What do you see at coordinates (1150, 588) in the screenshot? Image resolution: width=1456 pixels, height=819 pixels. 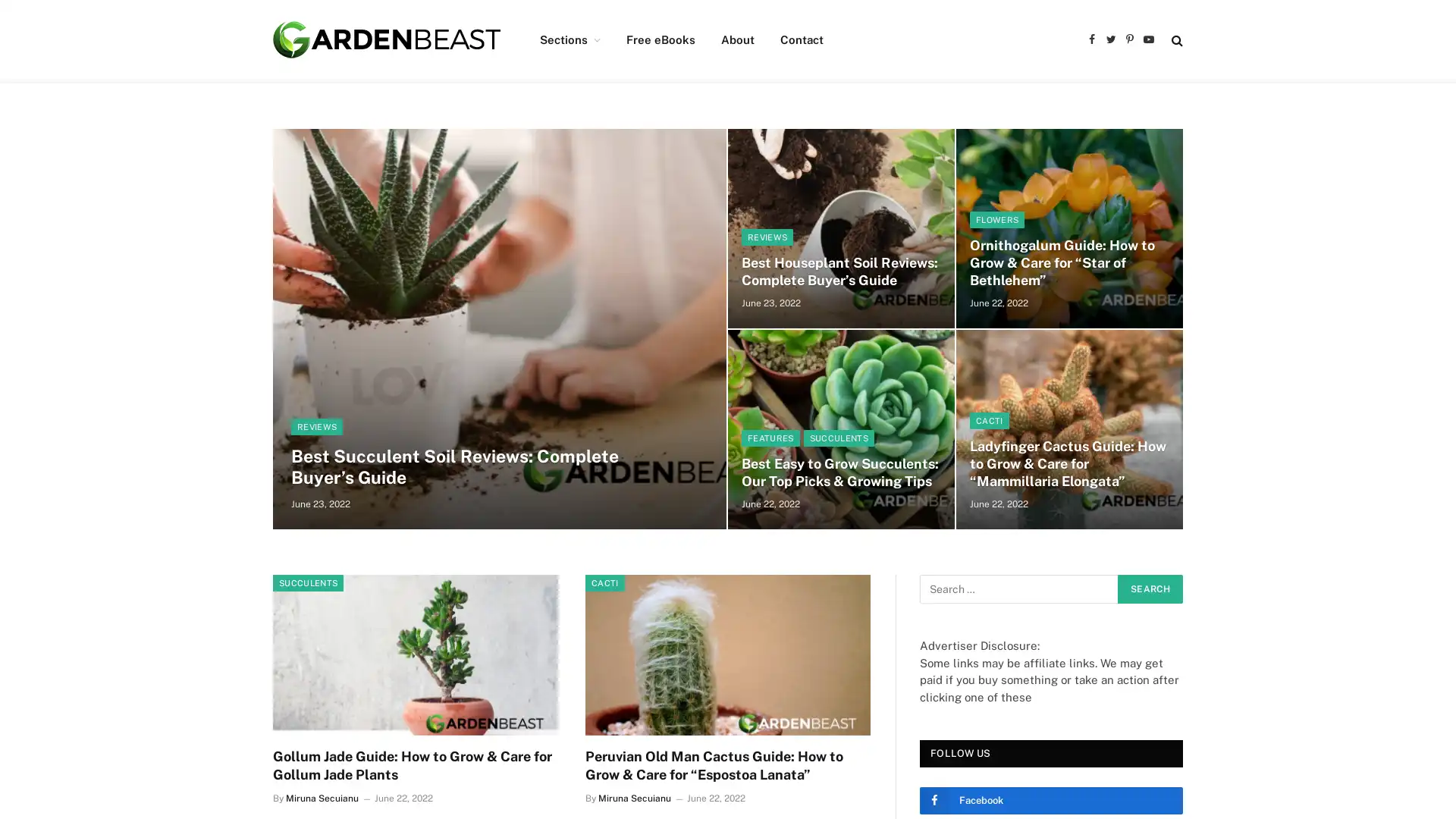 I see `Search` at bounding box center [1150, 588].